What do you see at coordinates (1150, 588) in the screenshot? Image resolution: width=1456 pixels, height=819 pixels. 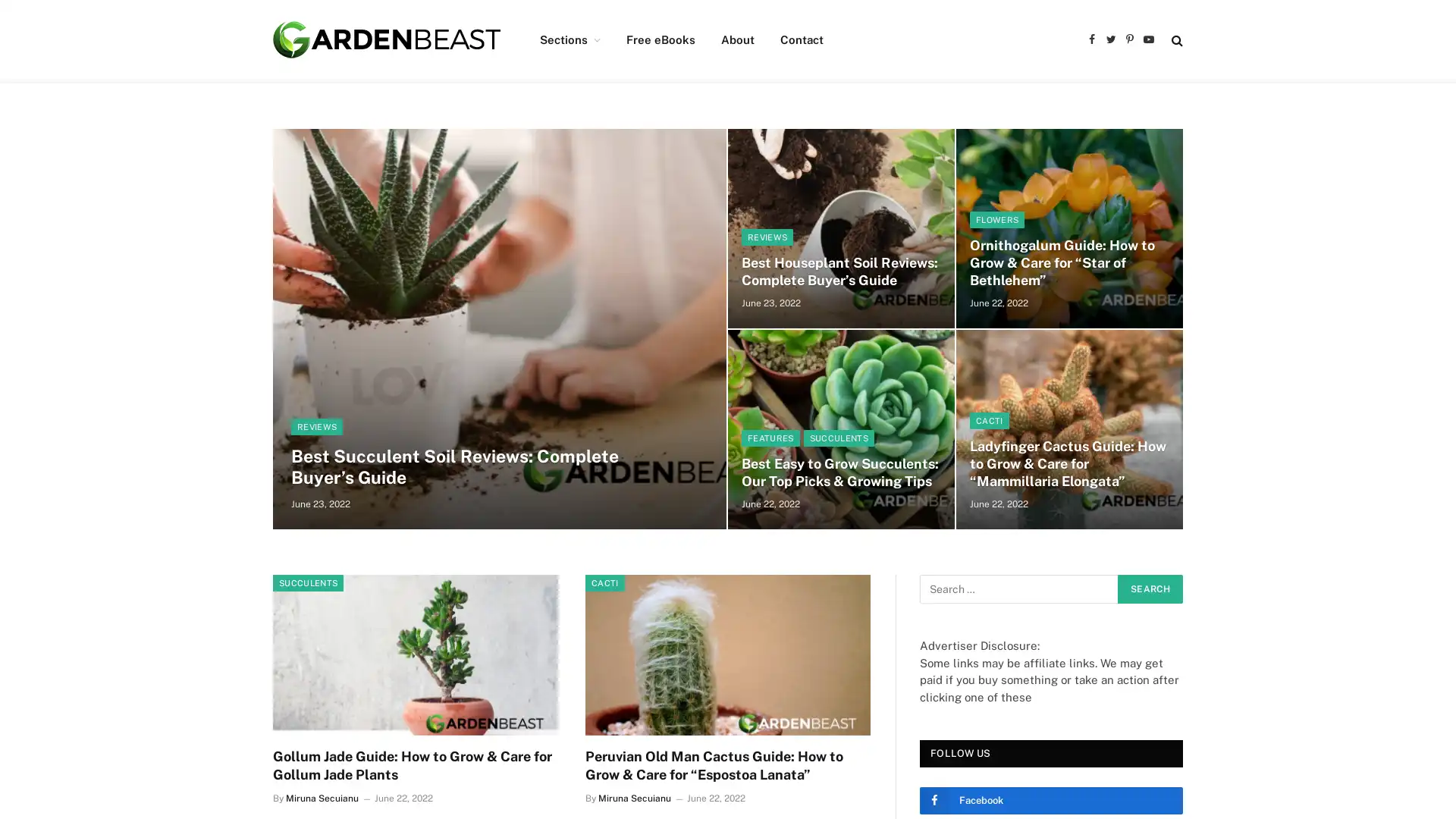 I see `Search` at bounding box center [1150, 588].